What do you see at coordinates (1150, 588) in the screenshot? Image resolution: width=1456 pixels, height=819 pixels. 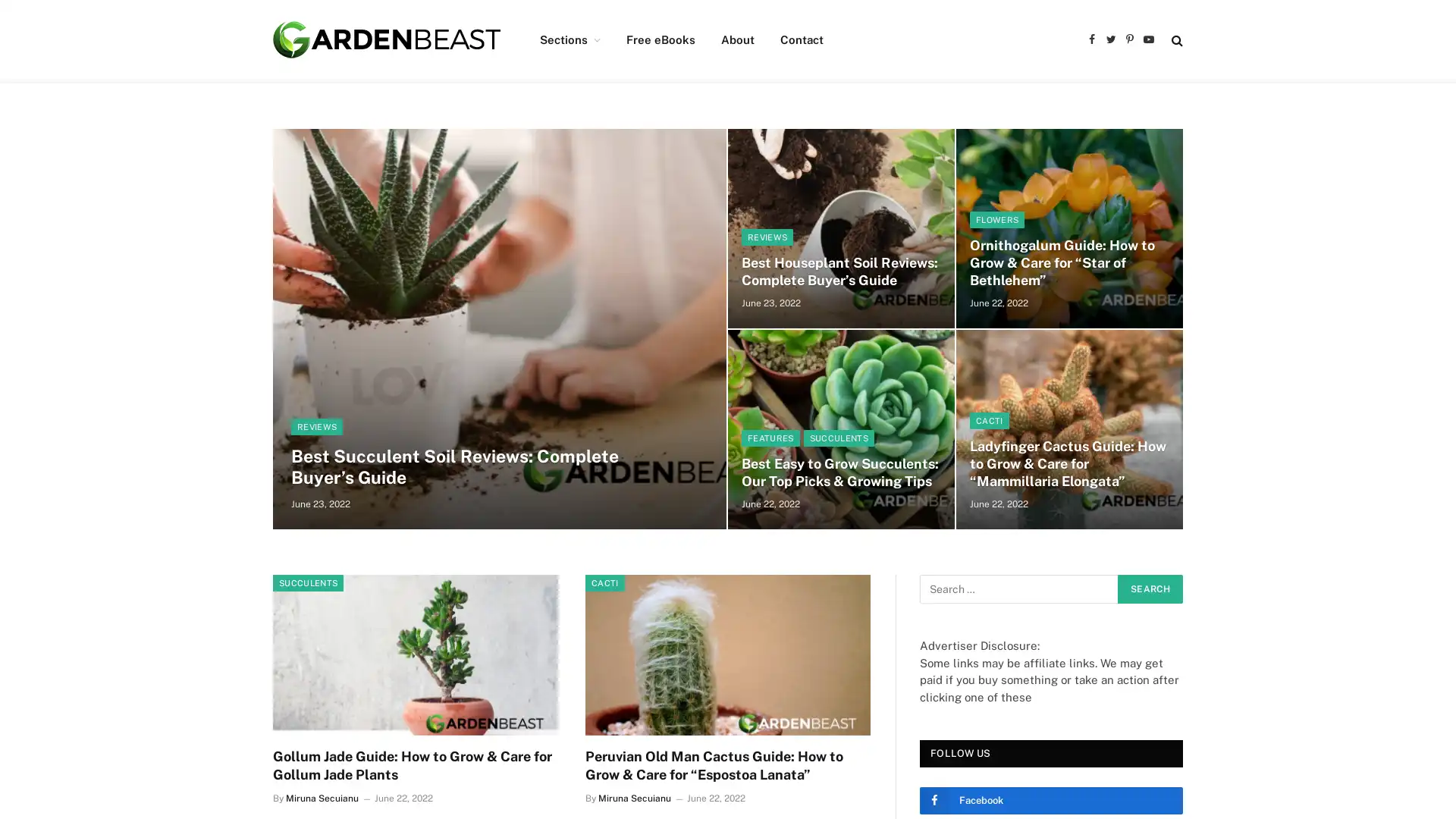 I see `Search` at bounding box center [1150, 588].